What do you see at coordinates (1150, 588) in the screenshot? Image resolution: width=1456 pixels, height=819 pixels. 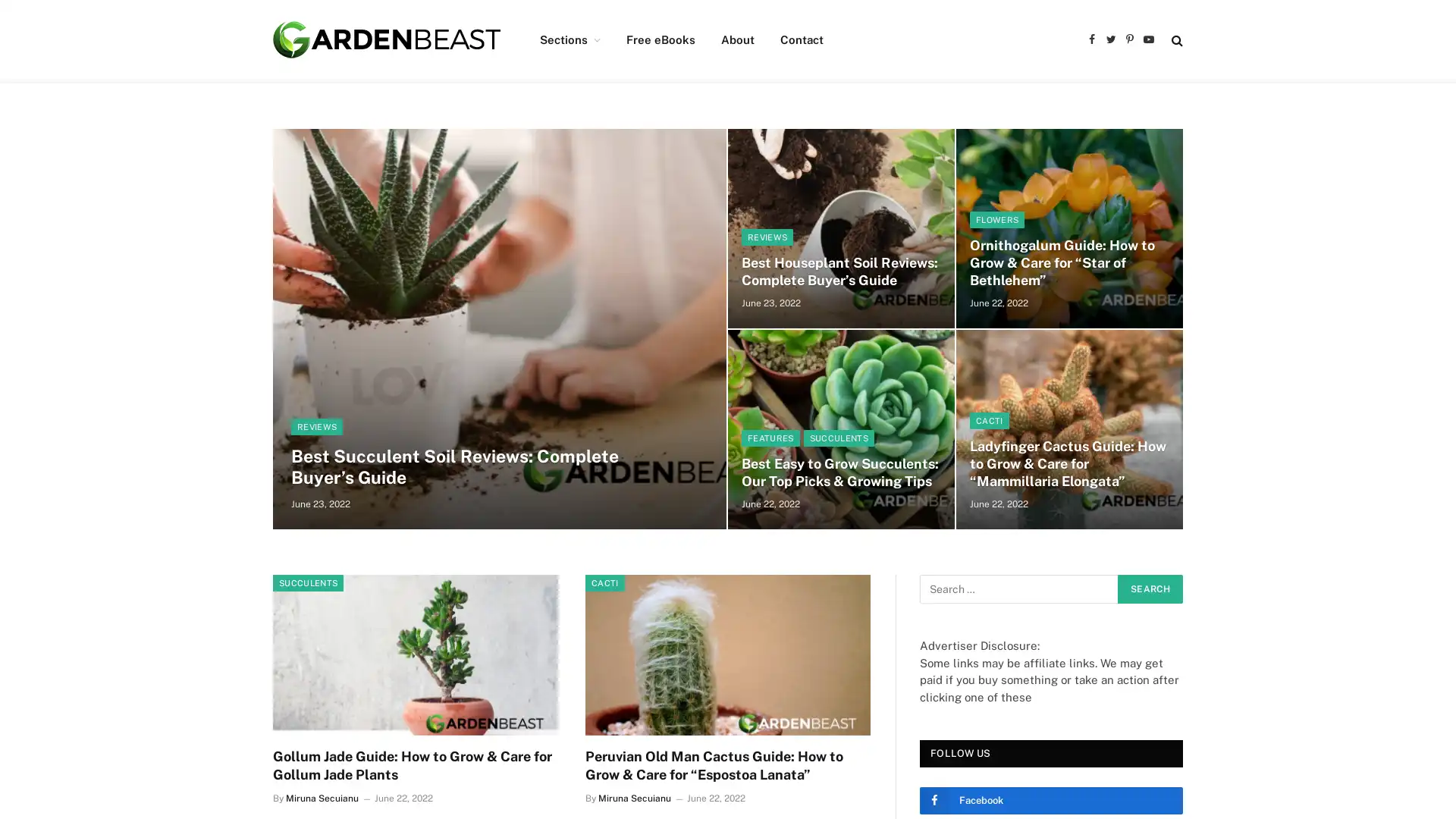 I see `Search` at bounding box center [1150, 588].